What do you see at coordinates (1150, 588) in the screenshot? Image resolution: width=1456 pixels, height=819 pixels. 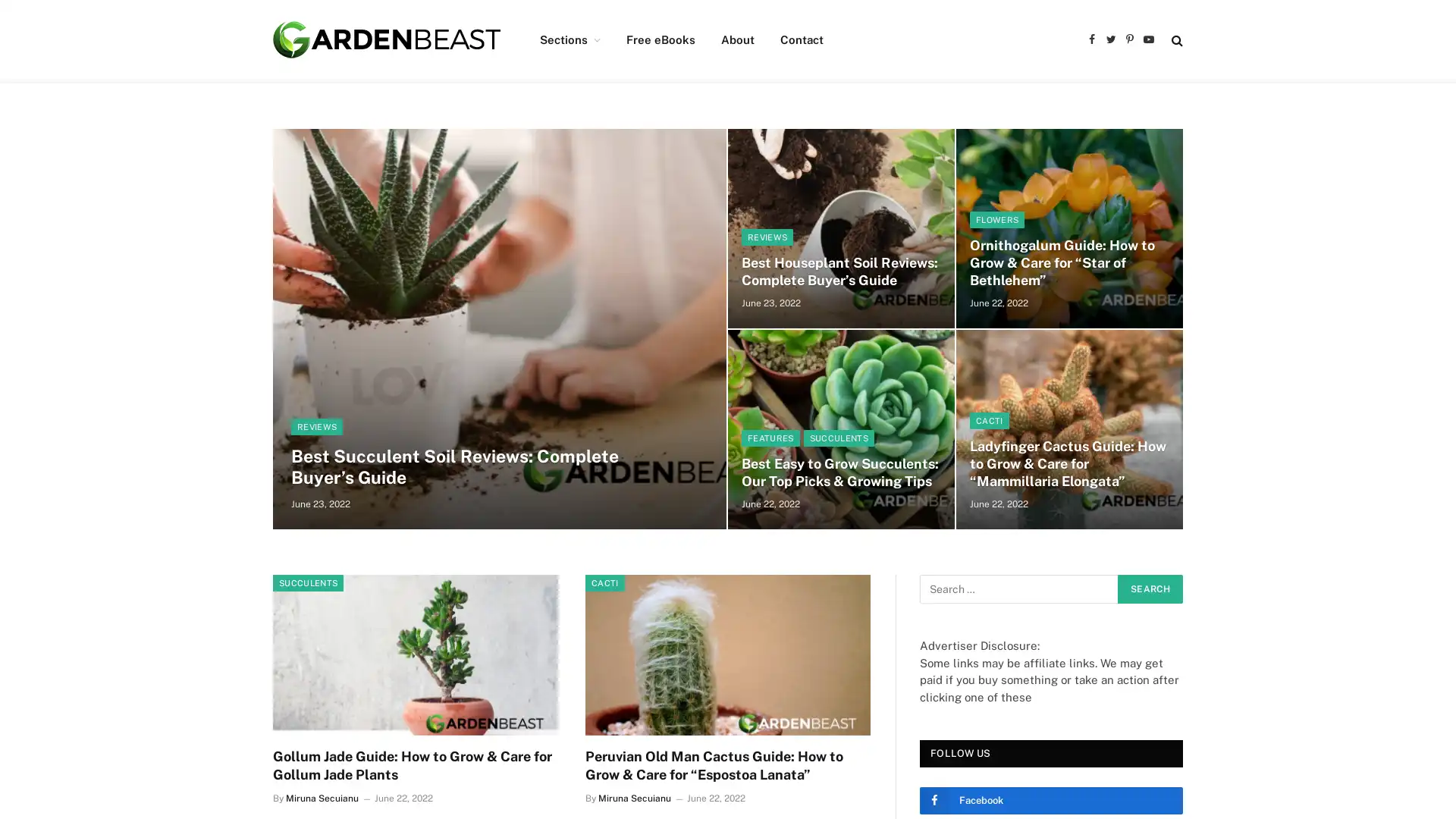 I see `Search` at bounding box center [1150, 588].